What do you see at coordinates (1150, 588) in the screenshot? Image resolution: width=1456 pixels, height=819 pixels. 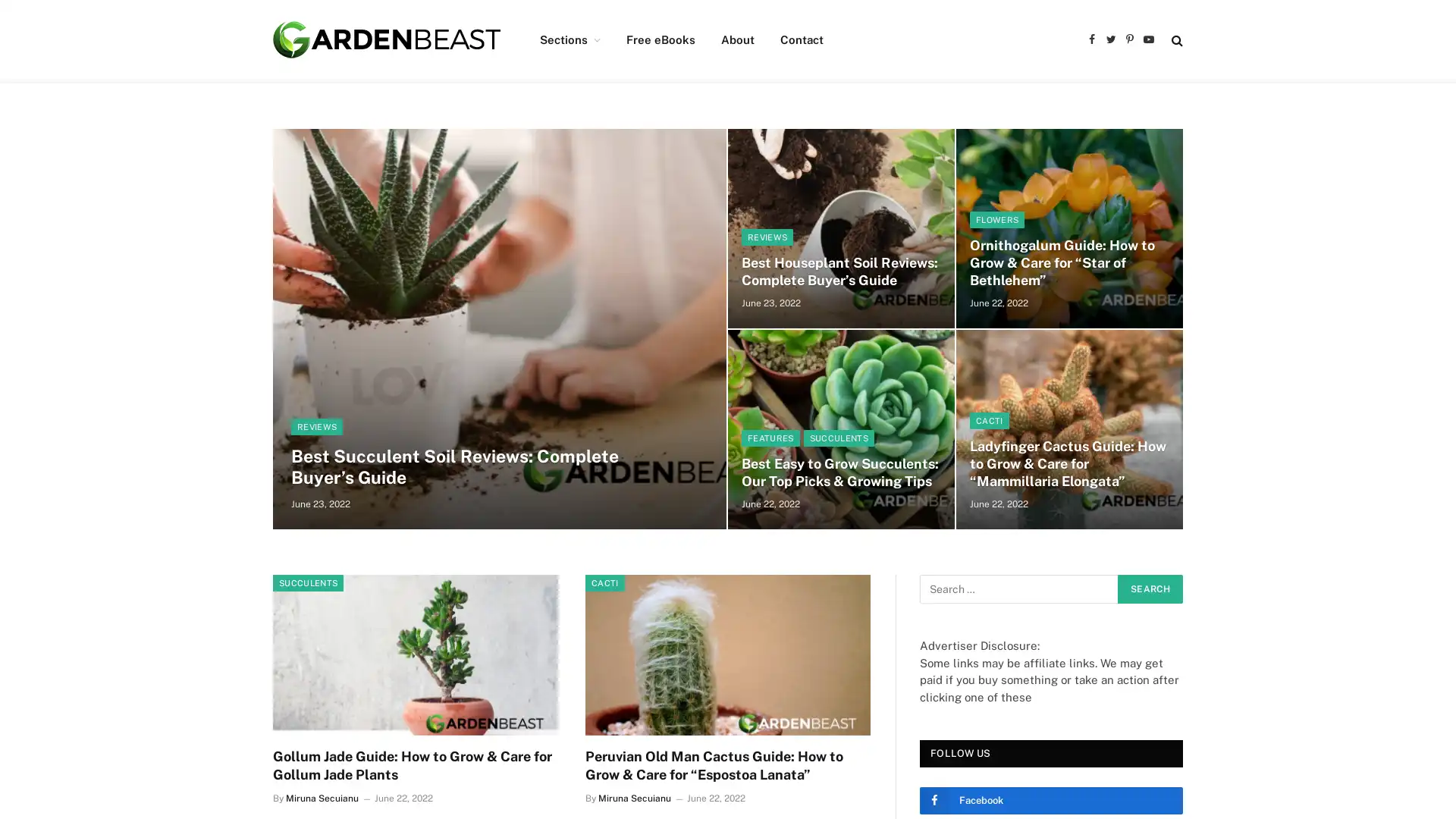 I see `Search` at bounding box center [1150, 588].